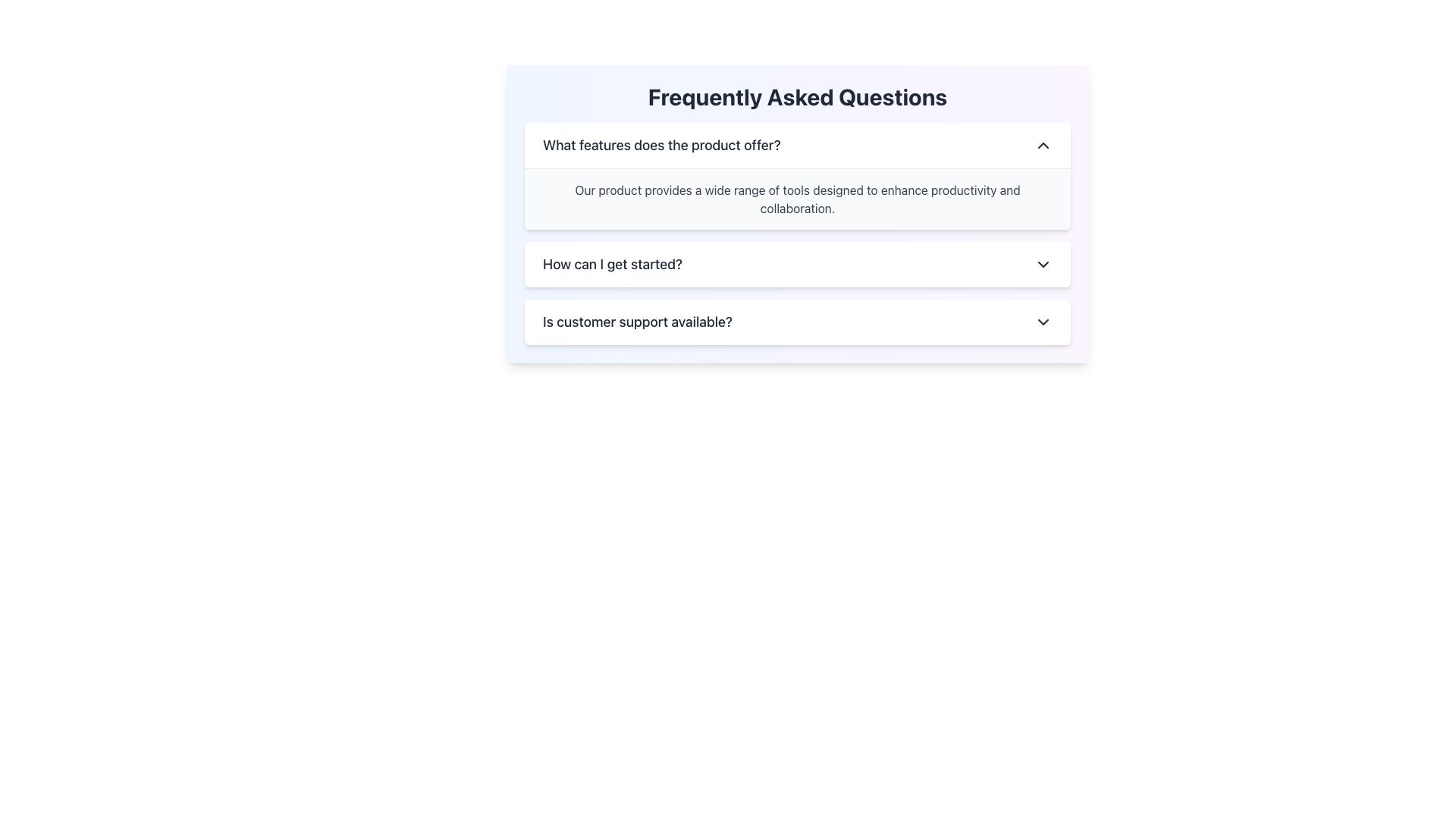 The height and width of the screenshot is (819, 1456). What do you see at coordinates (796, 96) in the screenshot?
I see `prominent bold text titled 'Frequently Asked Questions' located at the top of its section` at bounding box center [796, 96].